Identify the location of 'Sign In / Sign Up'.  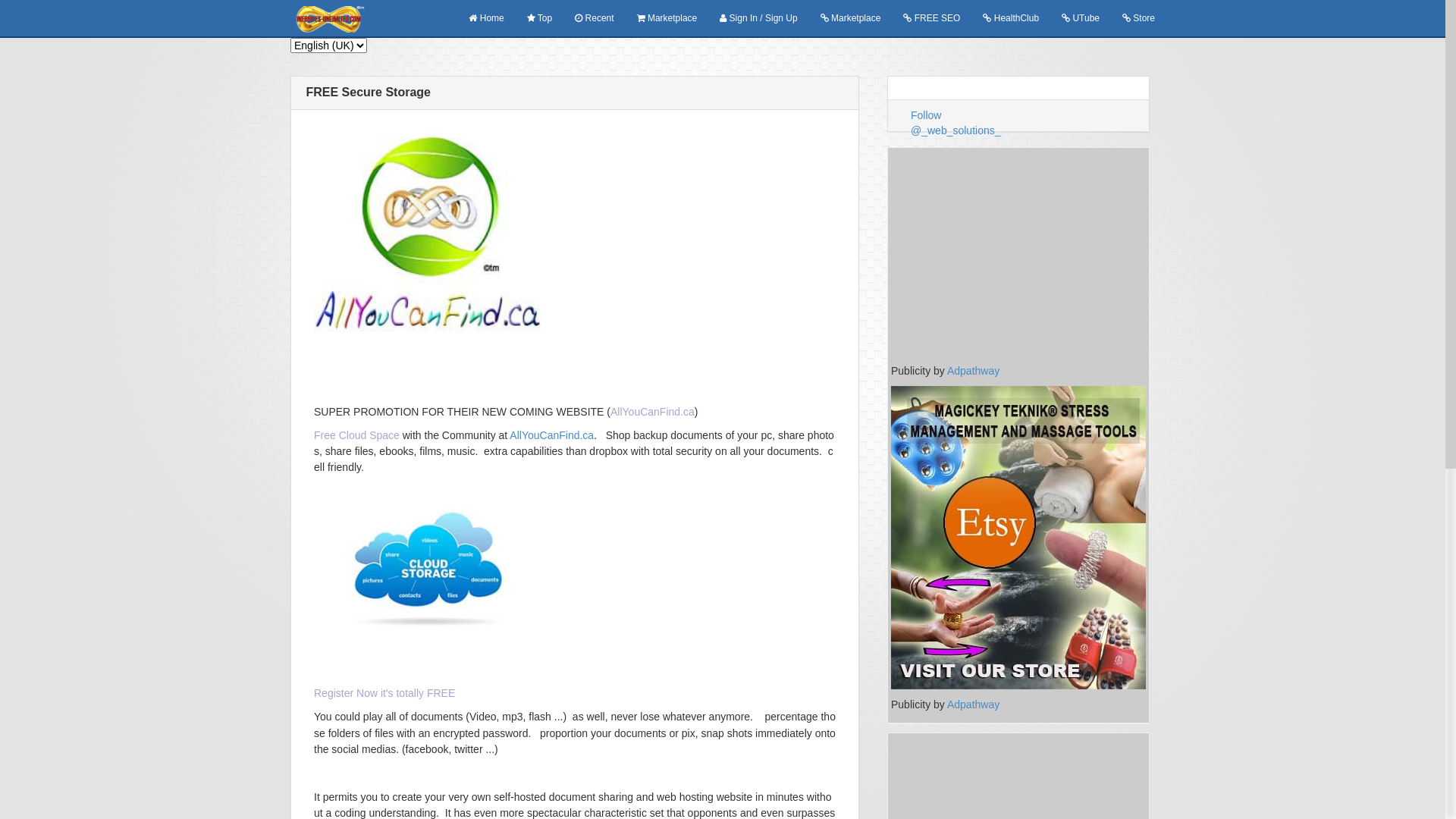
(758, 17).